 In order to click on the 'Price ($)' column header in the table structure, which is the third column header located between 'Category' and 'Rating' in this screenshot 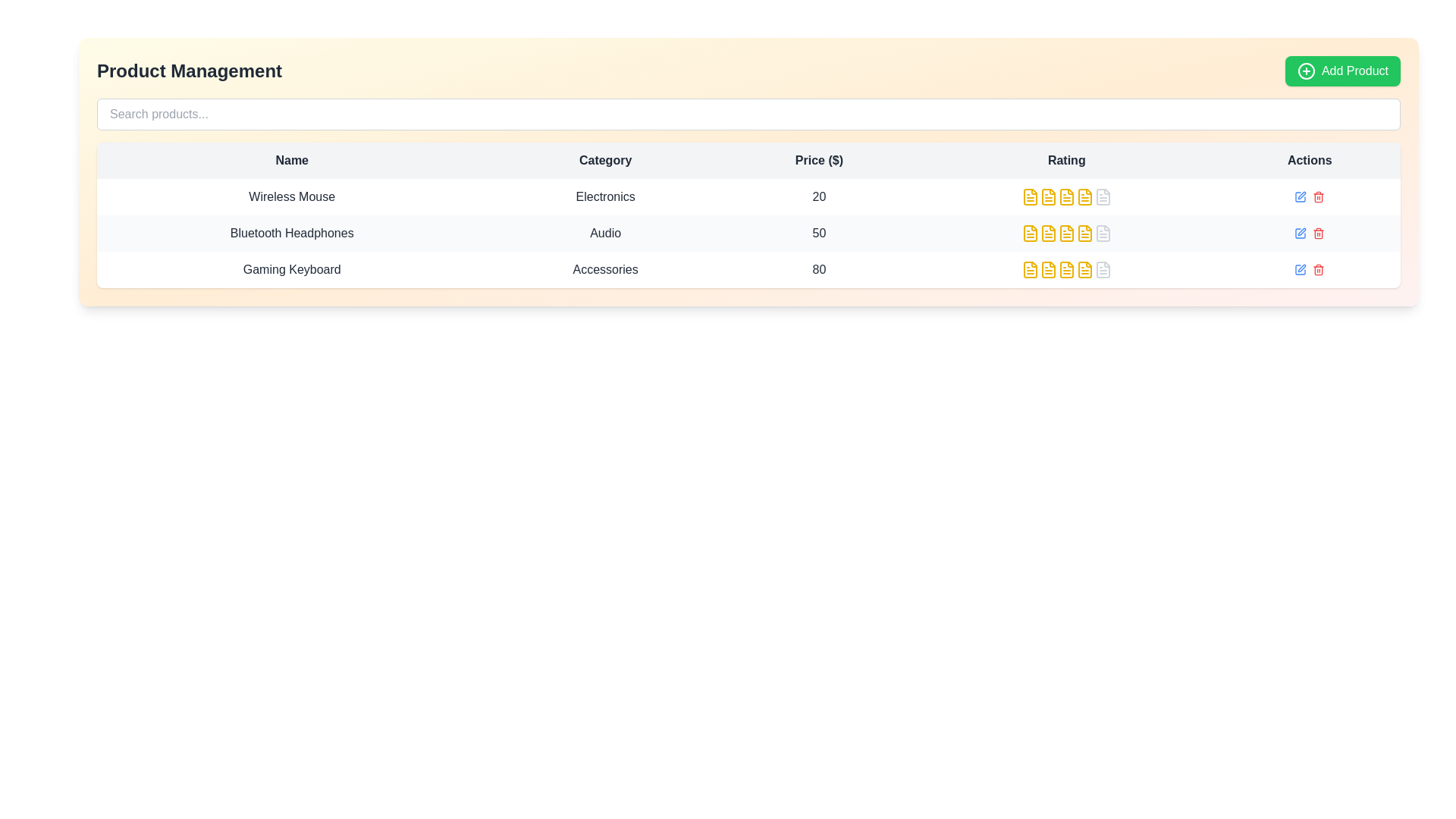, I will do `click(818, 161)`.